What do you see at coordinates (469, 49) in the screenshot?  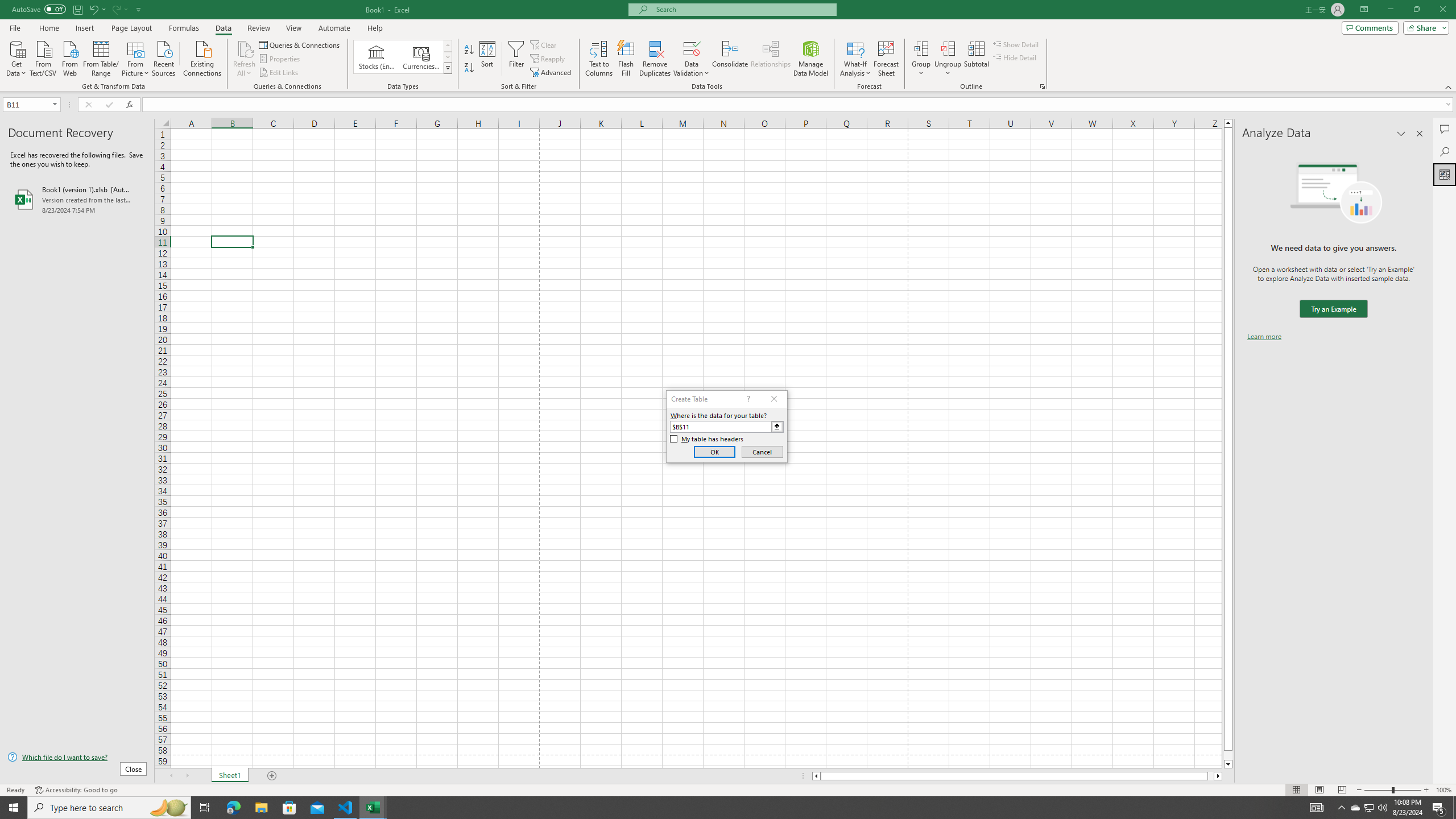 I see `'Sort A to Z'` at bounding box center [469, 49].